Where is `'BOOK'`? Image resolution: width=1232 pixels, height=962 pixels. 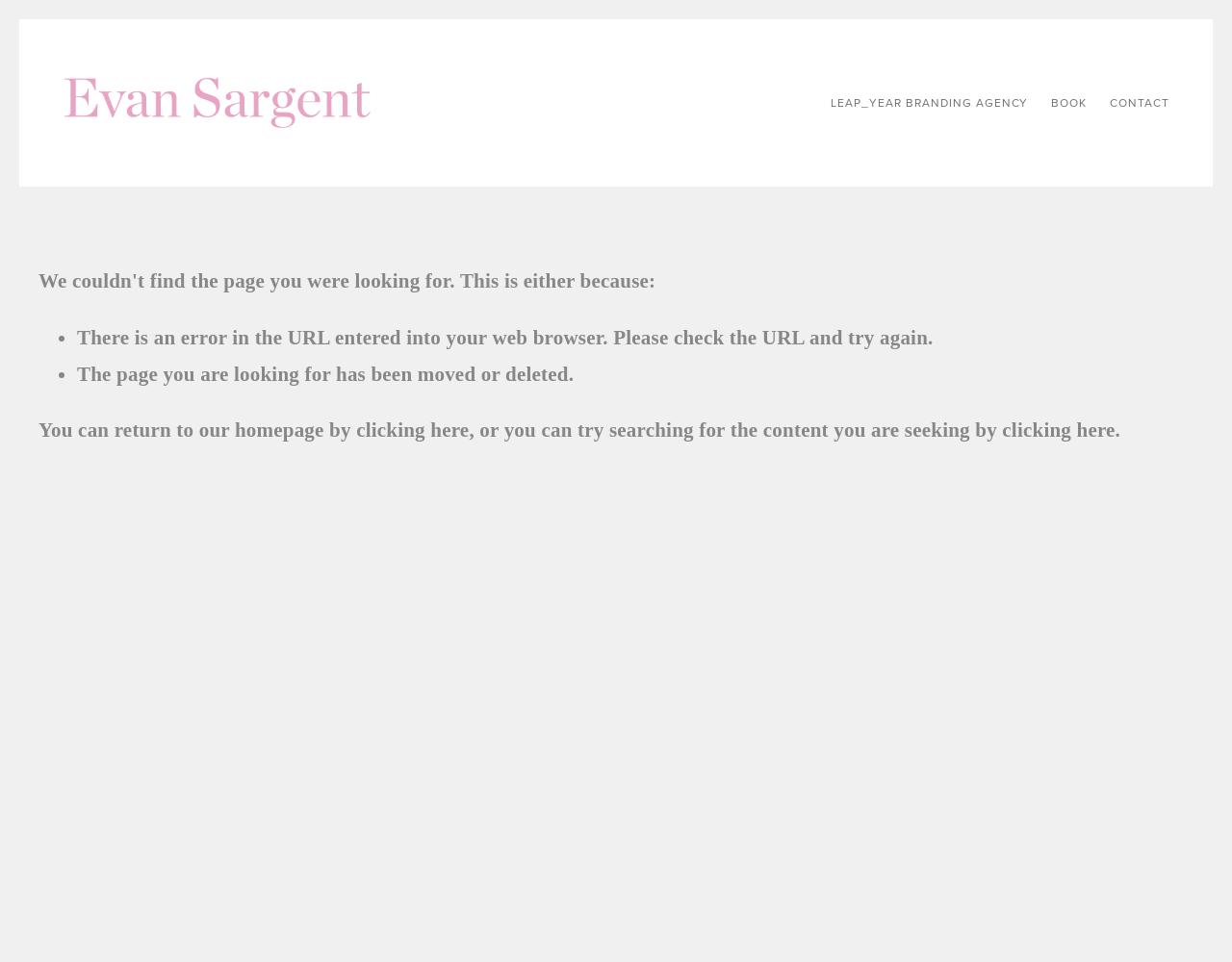
'BOOK' is located at coordinates (1067, 102).